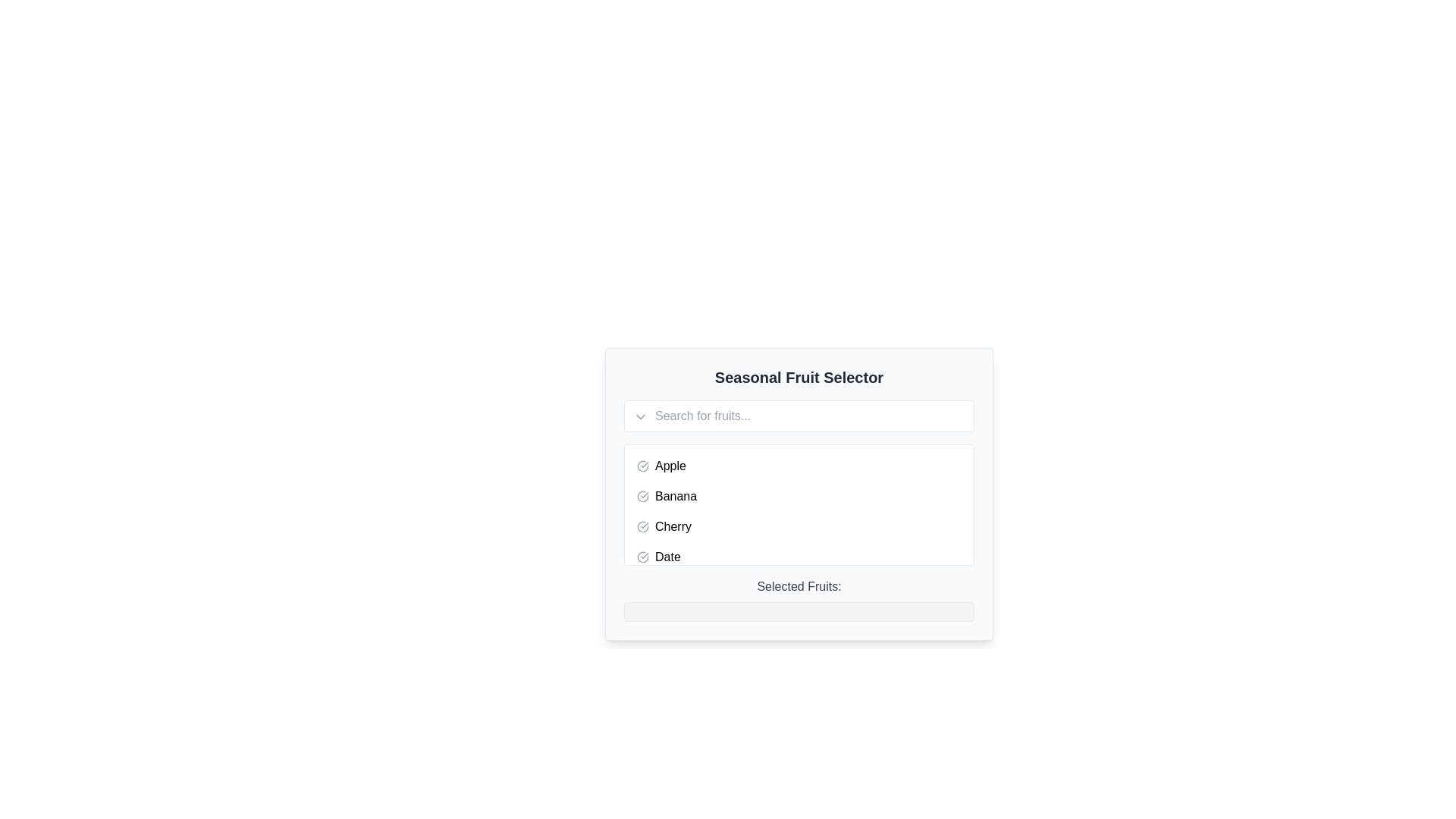 The height and width of the screenshot is (819, 1456). I want to click on to select the 'Apple' option from the Seasonal Fruit Selector list item, which is the first item in the list and changes background color on hover, so click(799, 465).